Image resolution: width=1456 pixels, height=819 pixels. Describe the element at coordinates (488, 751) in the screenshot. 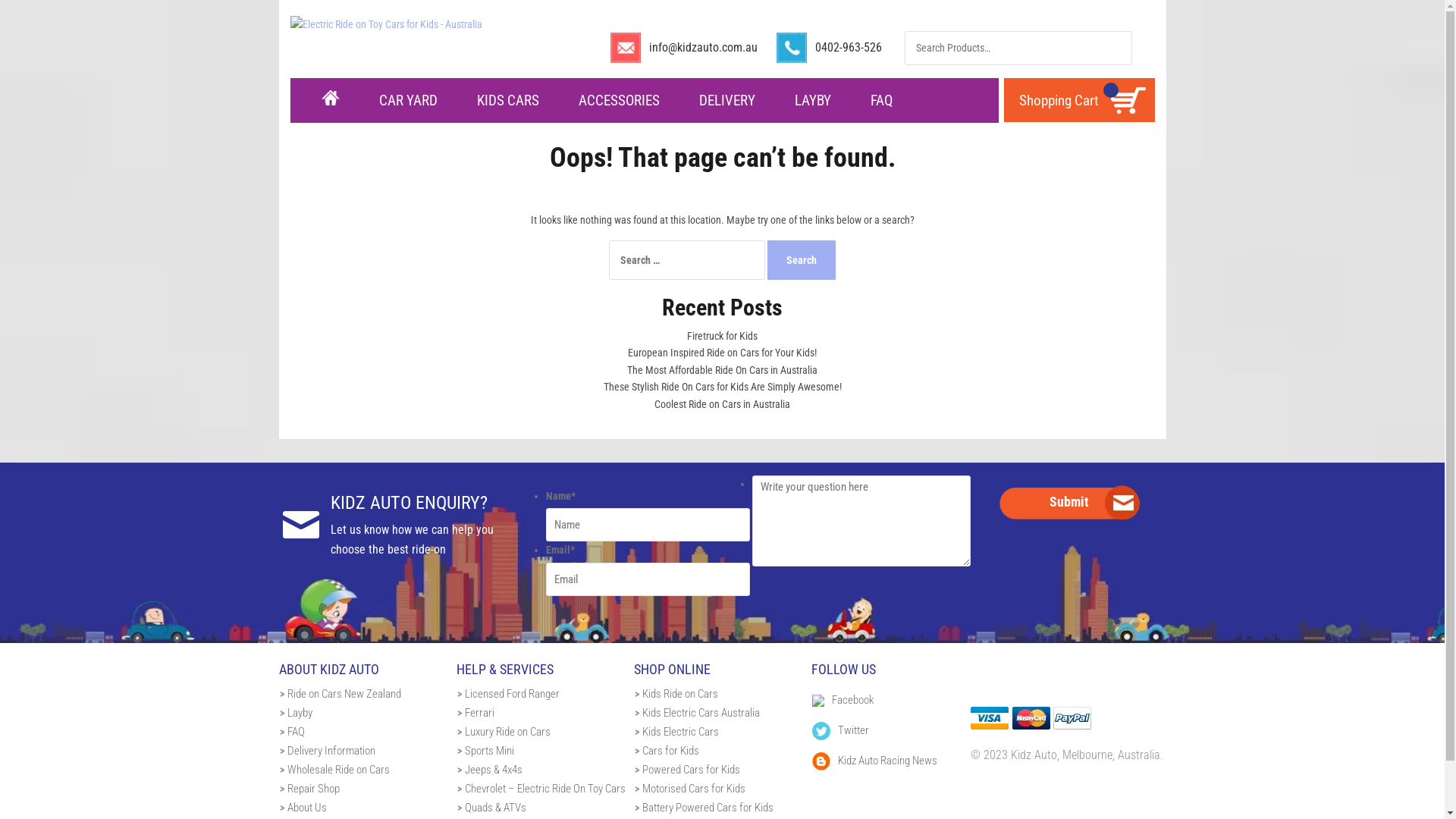

I see `'Sports Mini'` at that location.